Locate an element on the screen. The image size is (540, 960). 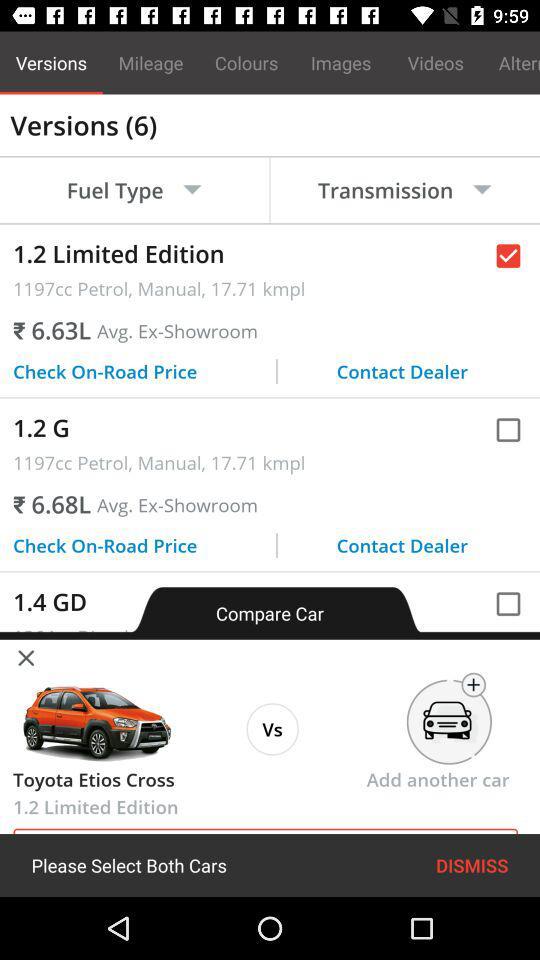
the close icon is located at coordinates (25, 655).